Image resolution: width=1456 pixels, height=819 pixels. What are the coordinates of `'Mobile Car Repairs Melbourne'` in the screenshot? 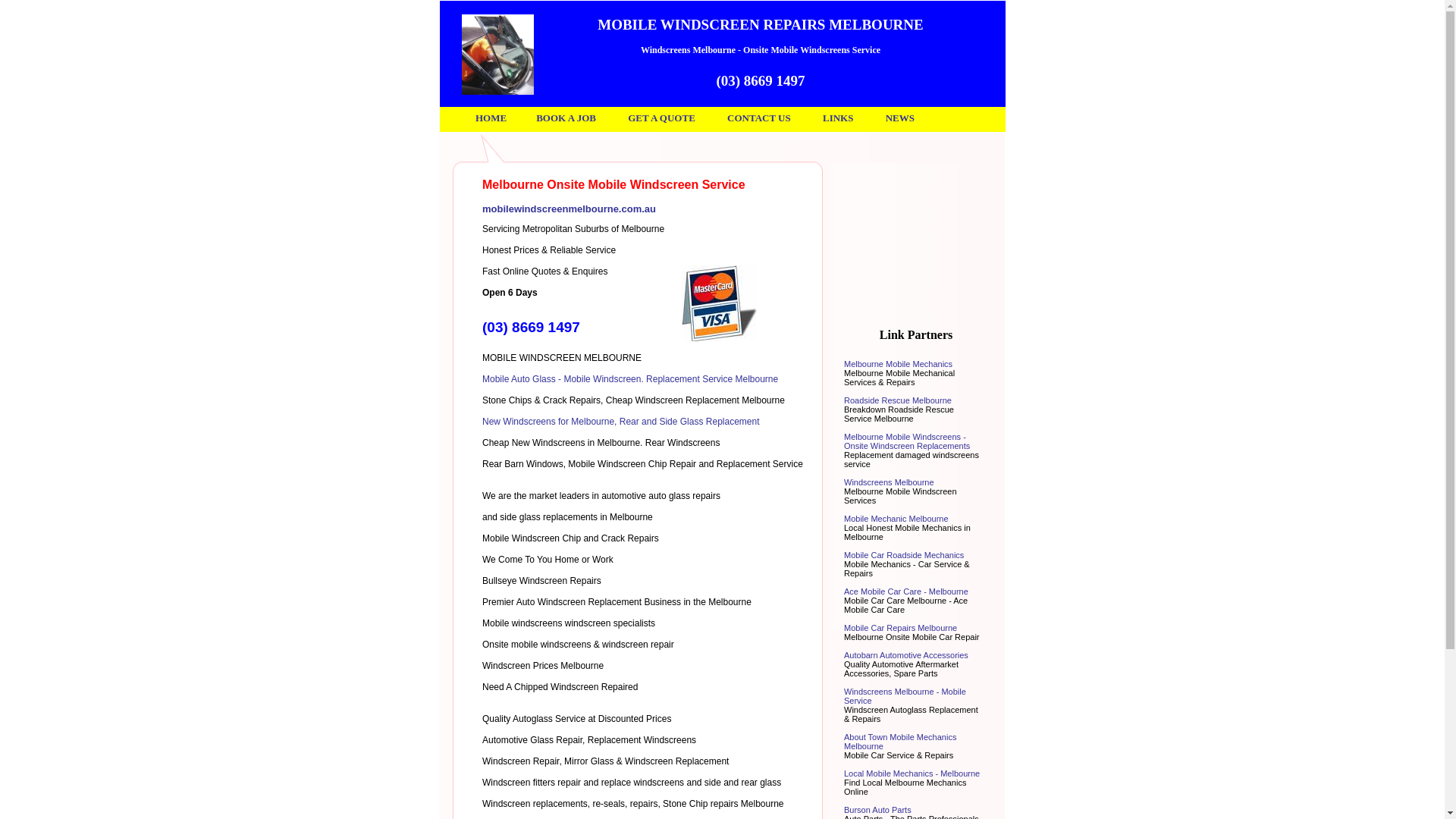 It's located at (843, 628).